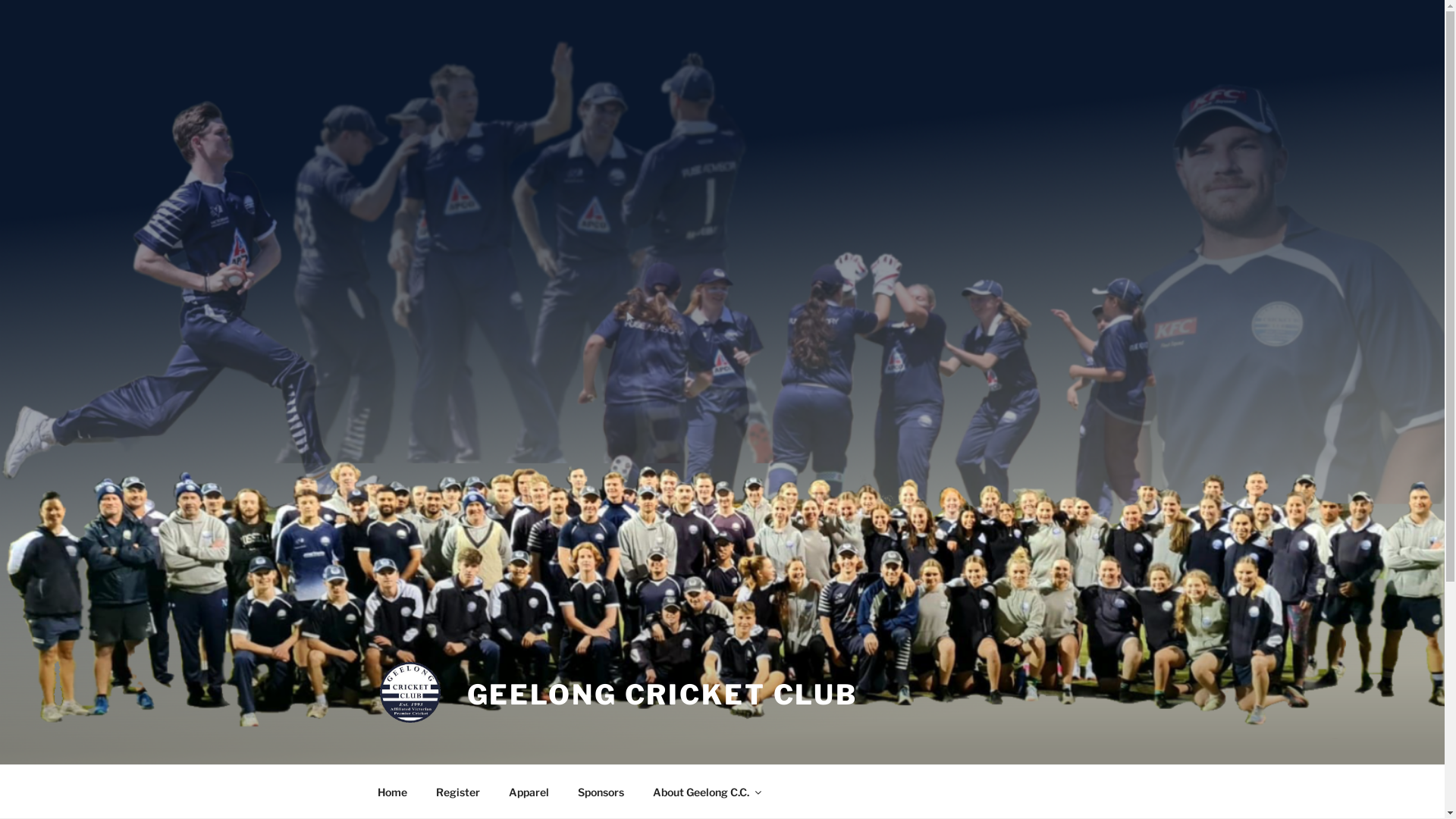 Image resolution: width=1456 pixels, height=819 pixels. What do you see at coordinates (705, 791) in the screenshot?
I see `'About Geelong C.C.'` at bounding box center [705, 791].